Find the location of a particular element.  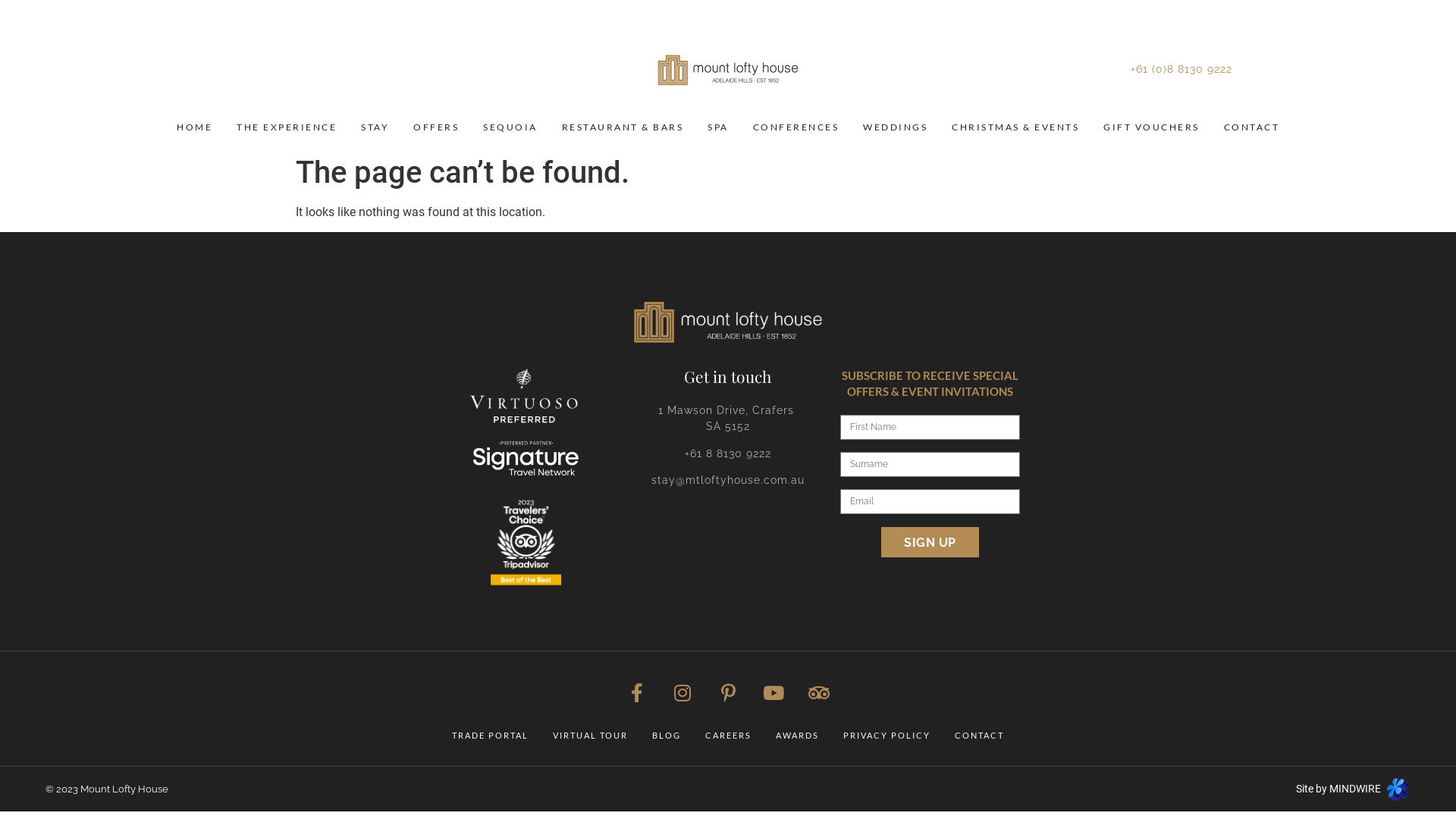

'SEQUOIA' is located at coordinates (482, 126).